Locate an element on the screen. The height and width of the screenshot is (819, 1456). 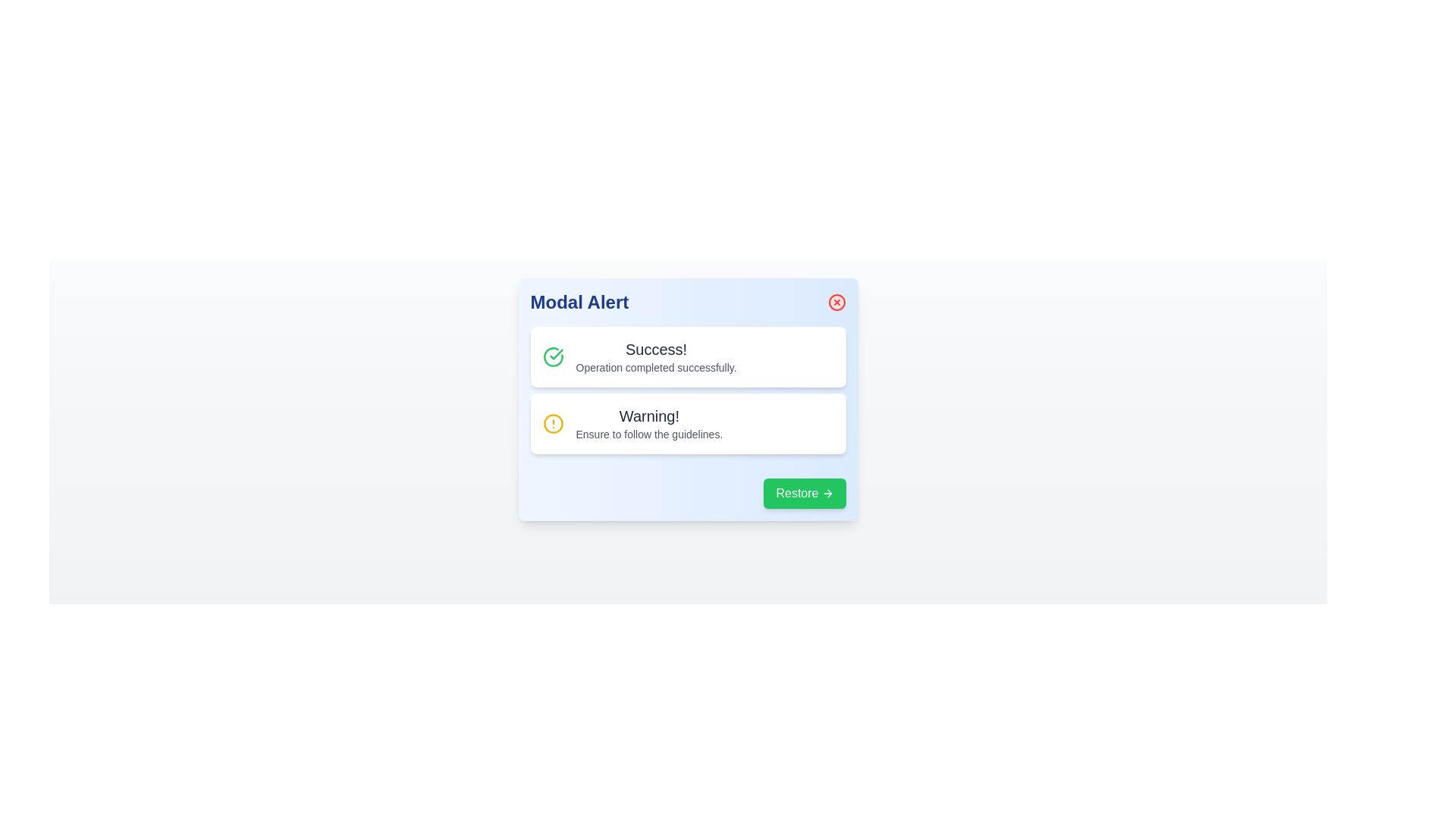
warning text displayed in the lower alert section of the modal card interface, which provides guidance on protocols or prerequisites is located at coordinates (649, 424).